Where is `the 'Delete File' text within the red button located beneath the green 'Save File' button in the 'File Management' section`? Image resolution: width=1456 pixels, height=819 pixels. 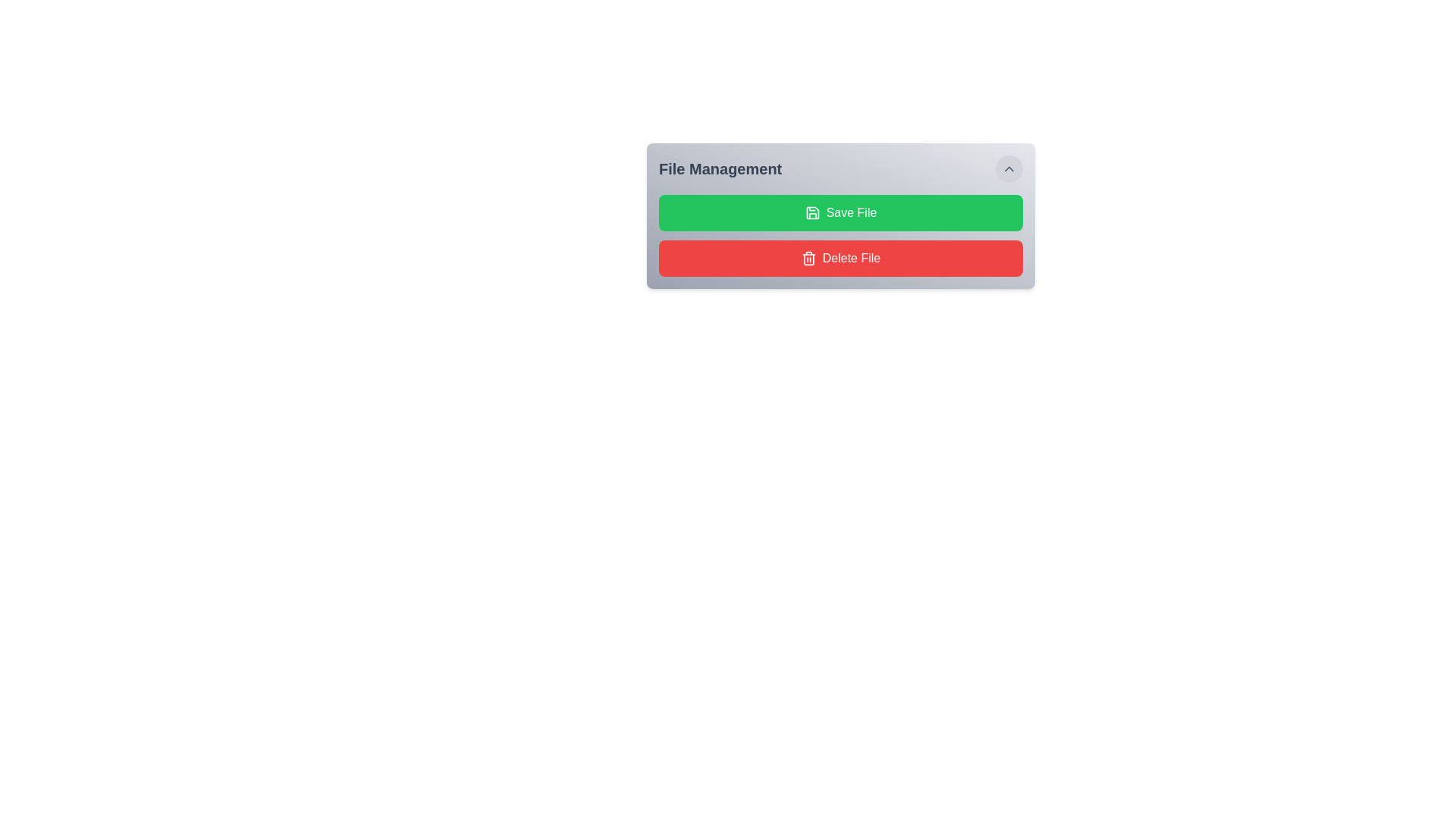 the 'Delete File' text within the red button located beneath the green 'Save File' button in the 'File Management' section is located at coordinates (852, 257).